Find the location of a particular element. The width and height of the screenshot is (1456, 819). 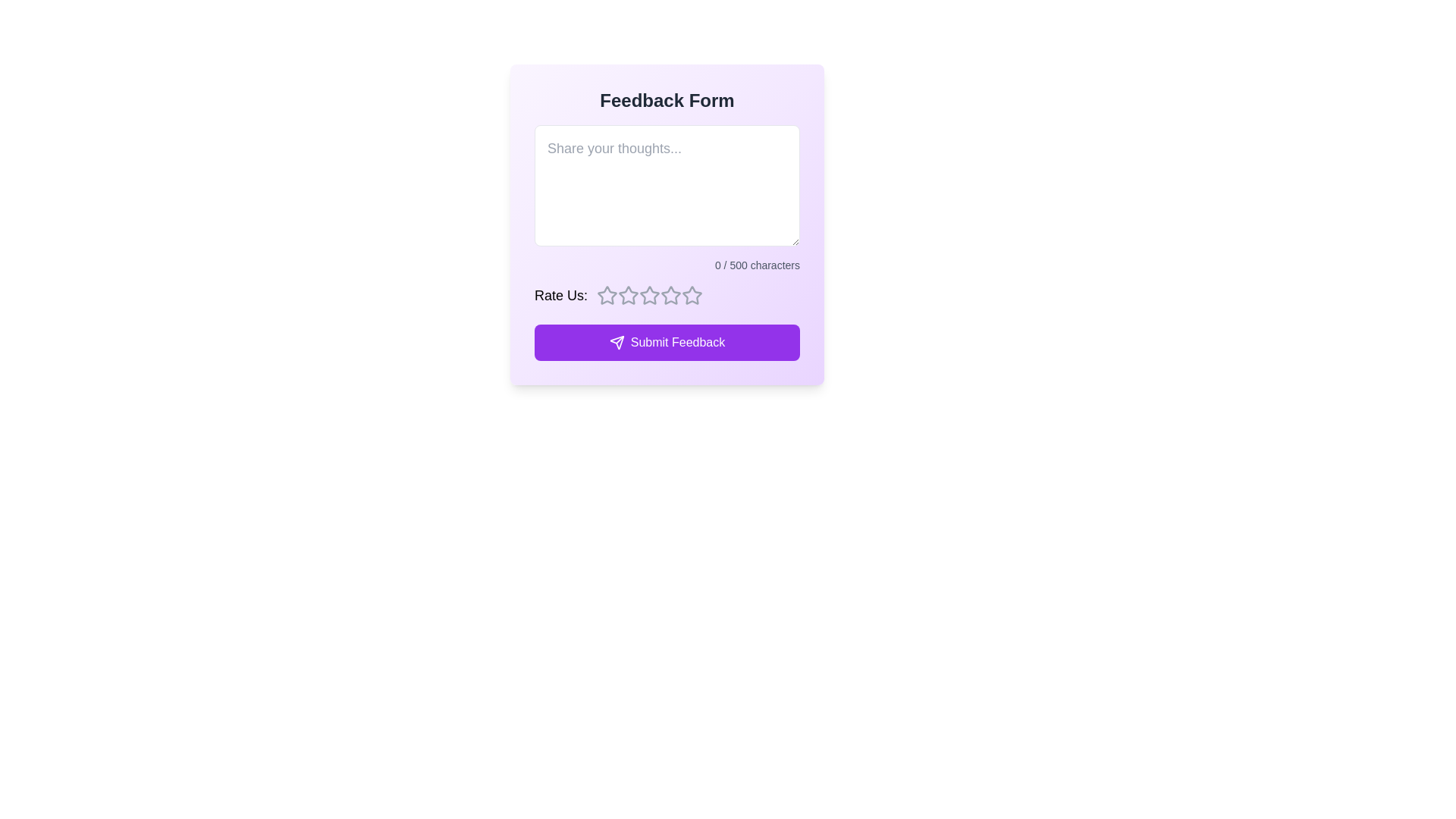

the first star is located at coordinates (607, 295).